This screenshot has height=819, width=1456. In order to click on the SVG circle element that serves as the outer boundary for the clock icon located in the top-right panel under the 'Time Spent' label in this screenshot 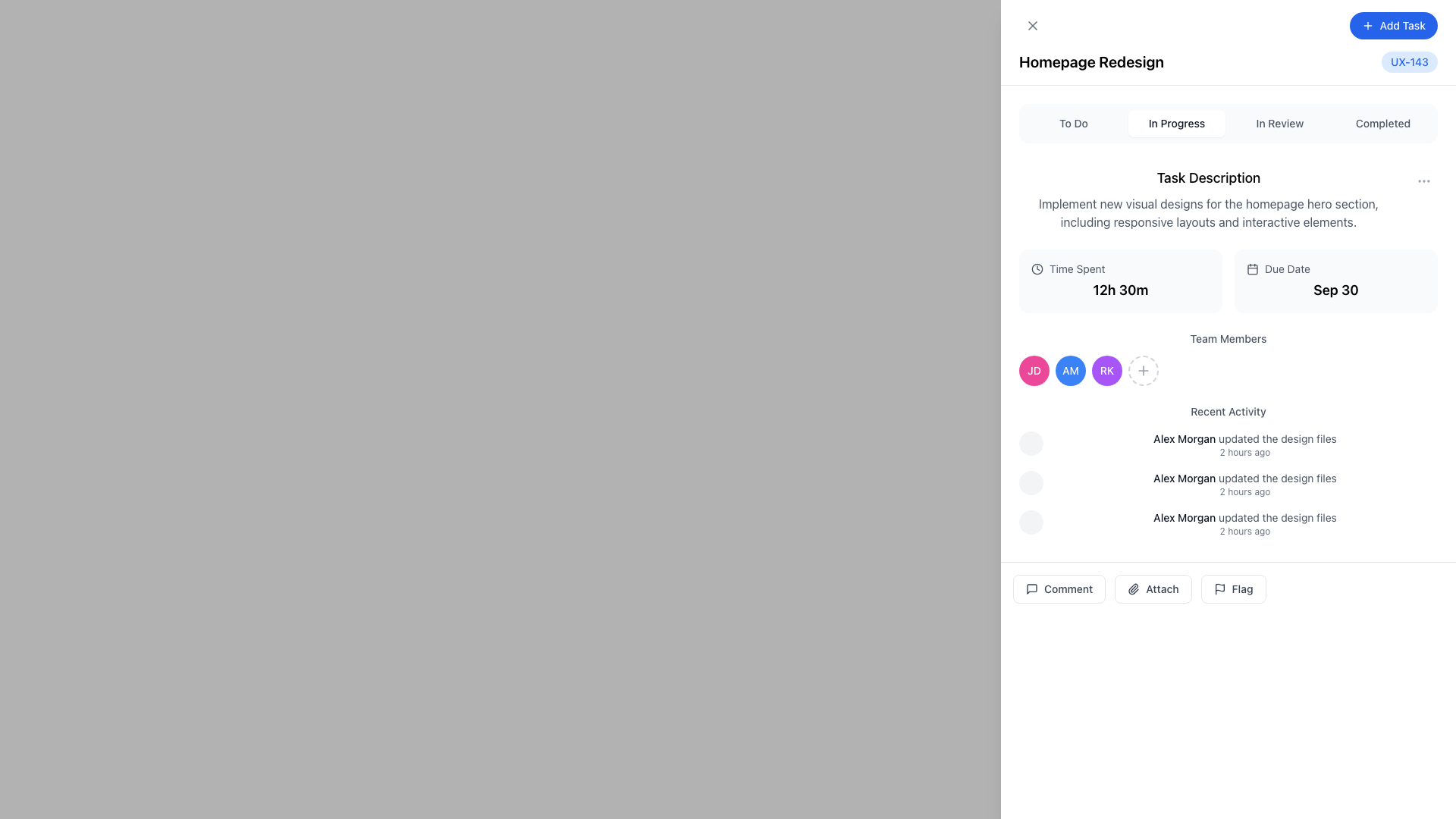, I will do `click(1037, 268)`.